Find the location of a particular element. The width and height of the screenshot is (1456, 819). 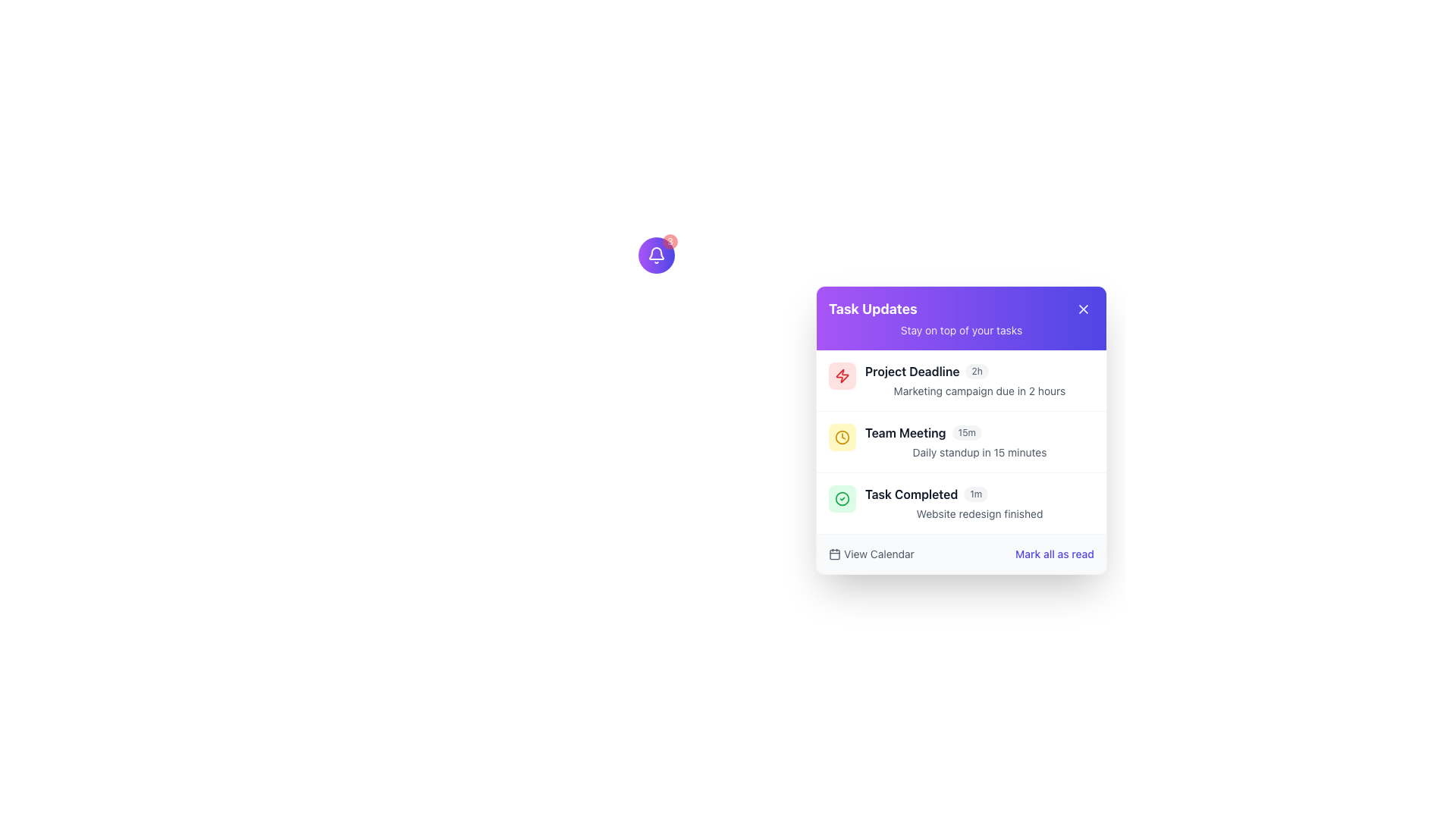

the heading element that serves as the title for the notification panel, positioned at the top-left corner of the notification popup is located at coordinates (873, 309).